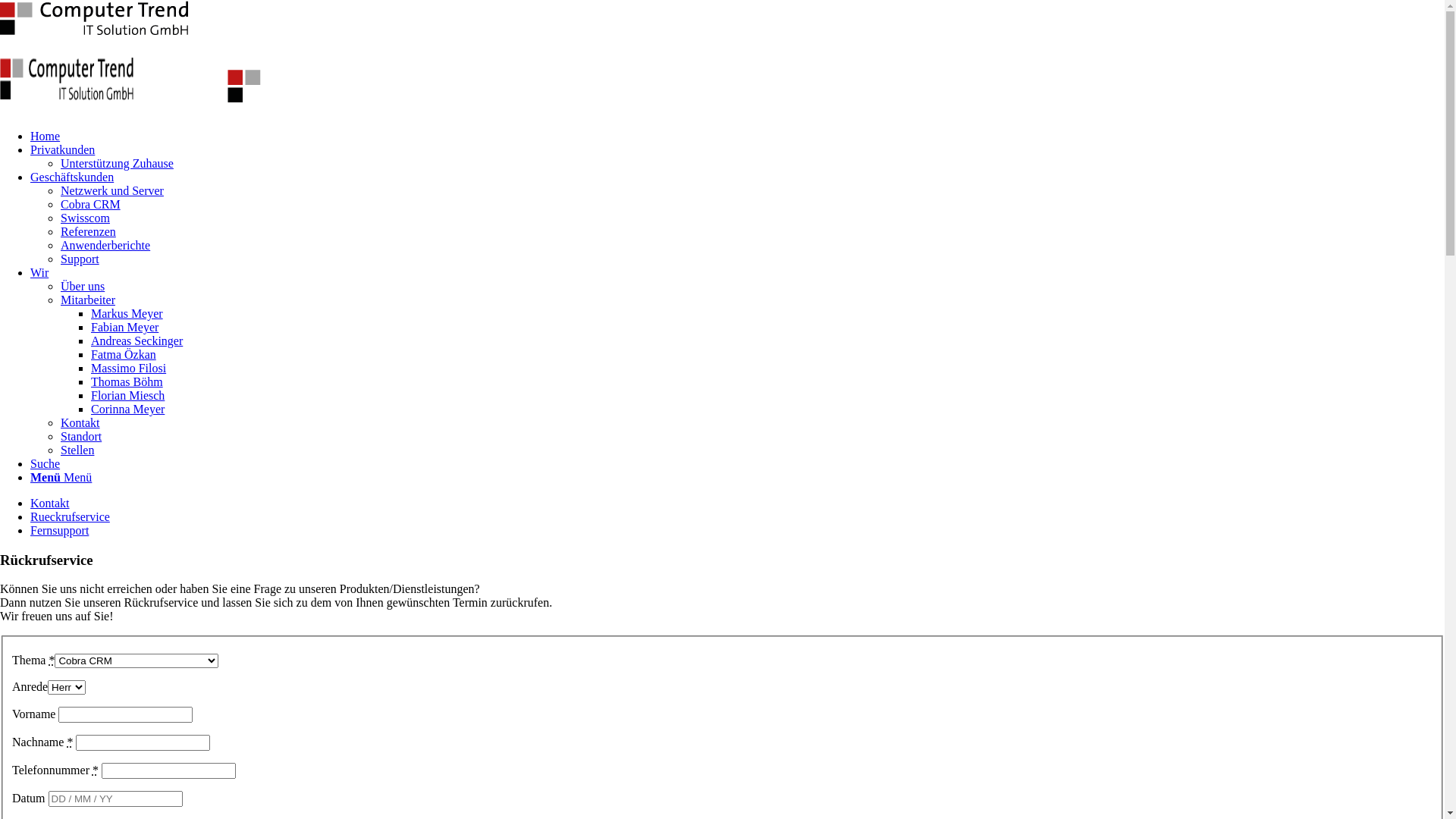 The height and width of the screenshot is (819, 1456). What do you see at coordinates (105, 244) in the screenshot?
I see `'Anwenderberichte'` at bounding box center [105, 244].